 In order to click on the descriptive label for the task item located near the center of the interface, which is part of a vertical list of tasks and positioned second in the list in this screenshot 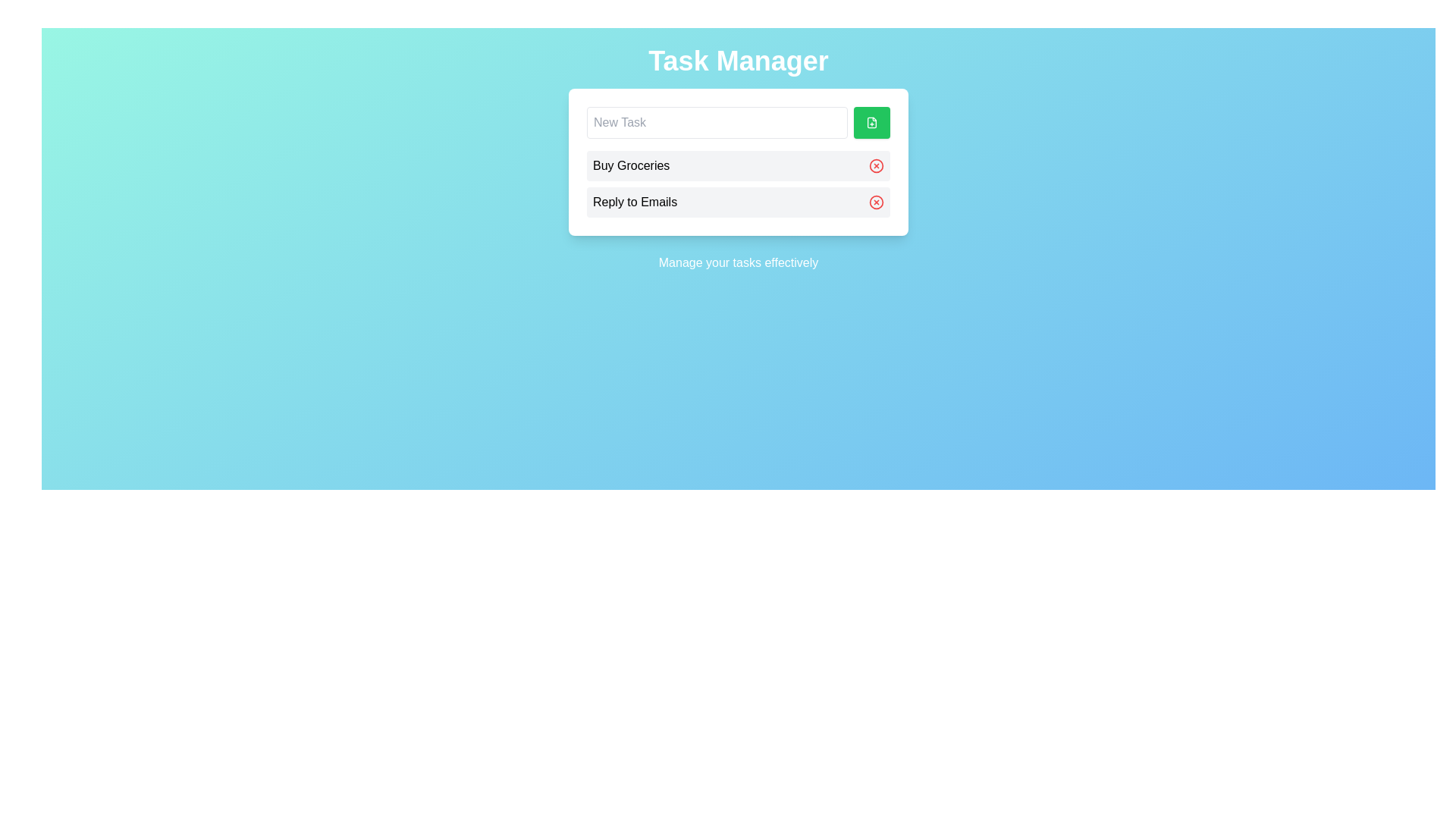, I will do `click(635, 201)`.